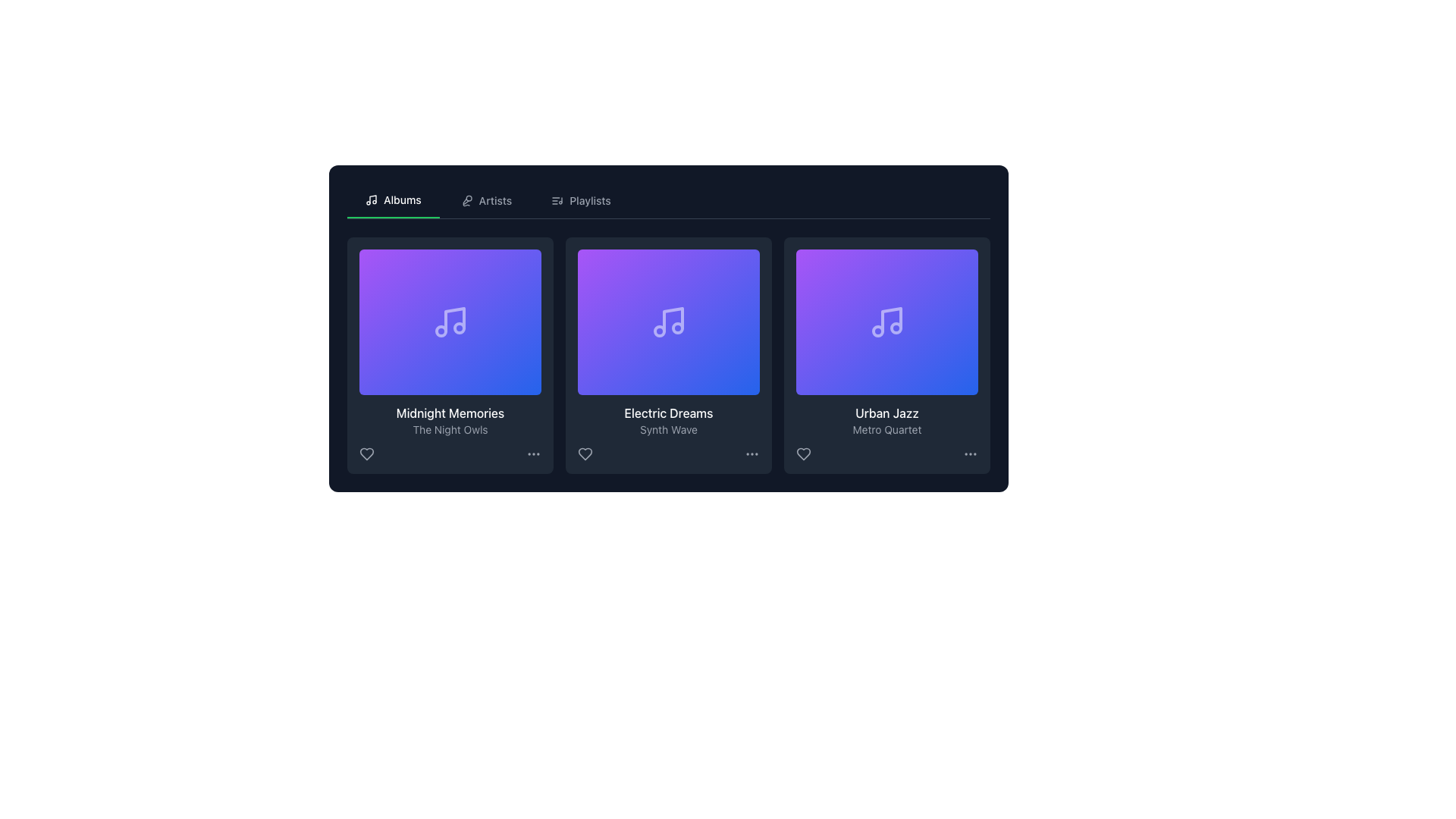 The image size is (1456, 819). Describe the element at coordinates (887, 413) in the screenshot. I see `the text label representing the title 'Urban Jazz', located inside the third card in a horizontal list layout, above the smaller gray text 'Metro Quartet'` at that location.